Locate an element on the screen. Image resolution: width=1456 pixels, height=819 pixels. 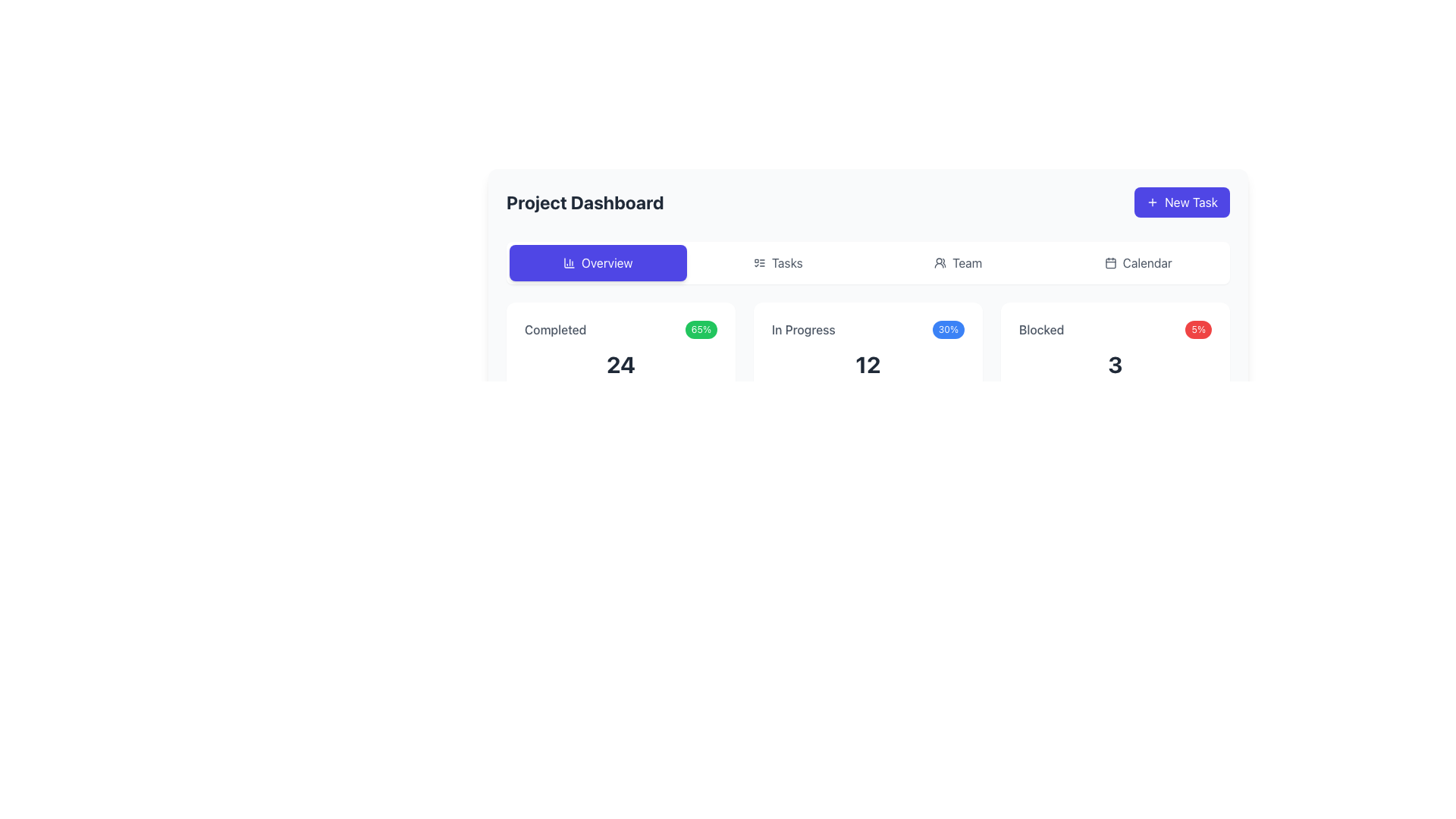
the informational badge that visually represents the 30% progress in the 'In Progress' section, located to the right of the numeric value '12' is located at coordinates (947, 329).